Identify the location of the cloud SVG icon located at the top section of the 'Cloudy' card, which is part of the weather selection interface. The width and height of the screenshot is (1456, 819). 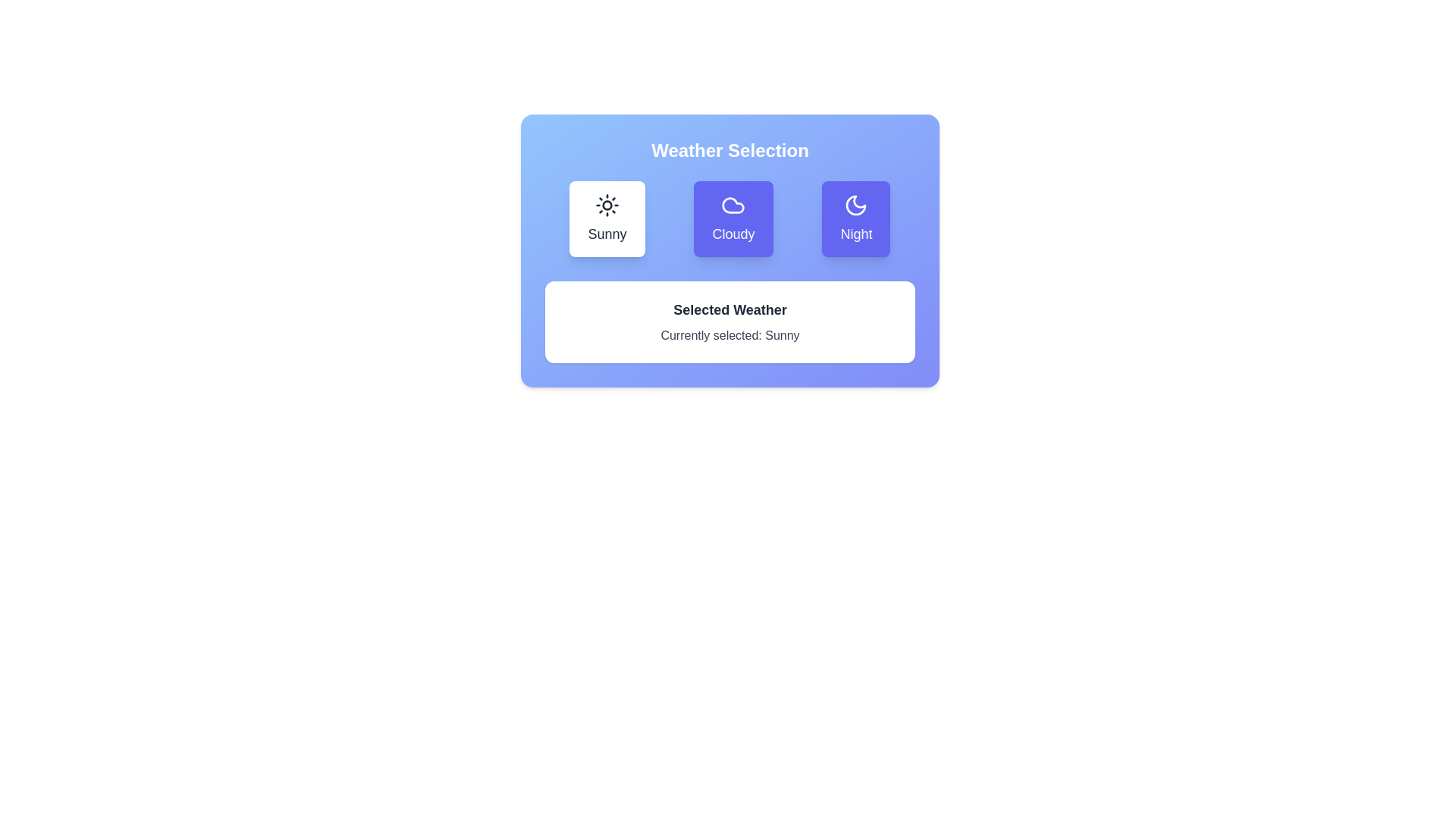
(733, 205).